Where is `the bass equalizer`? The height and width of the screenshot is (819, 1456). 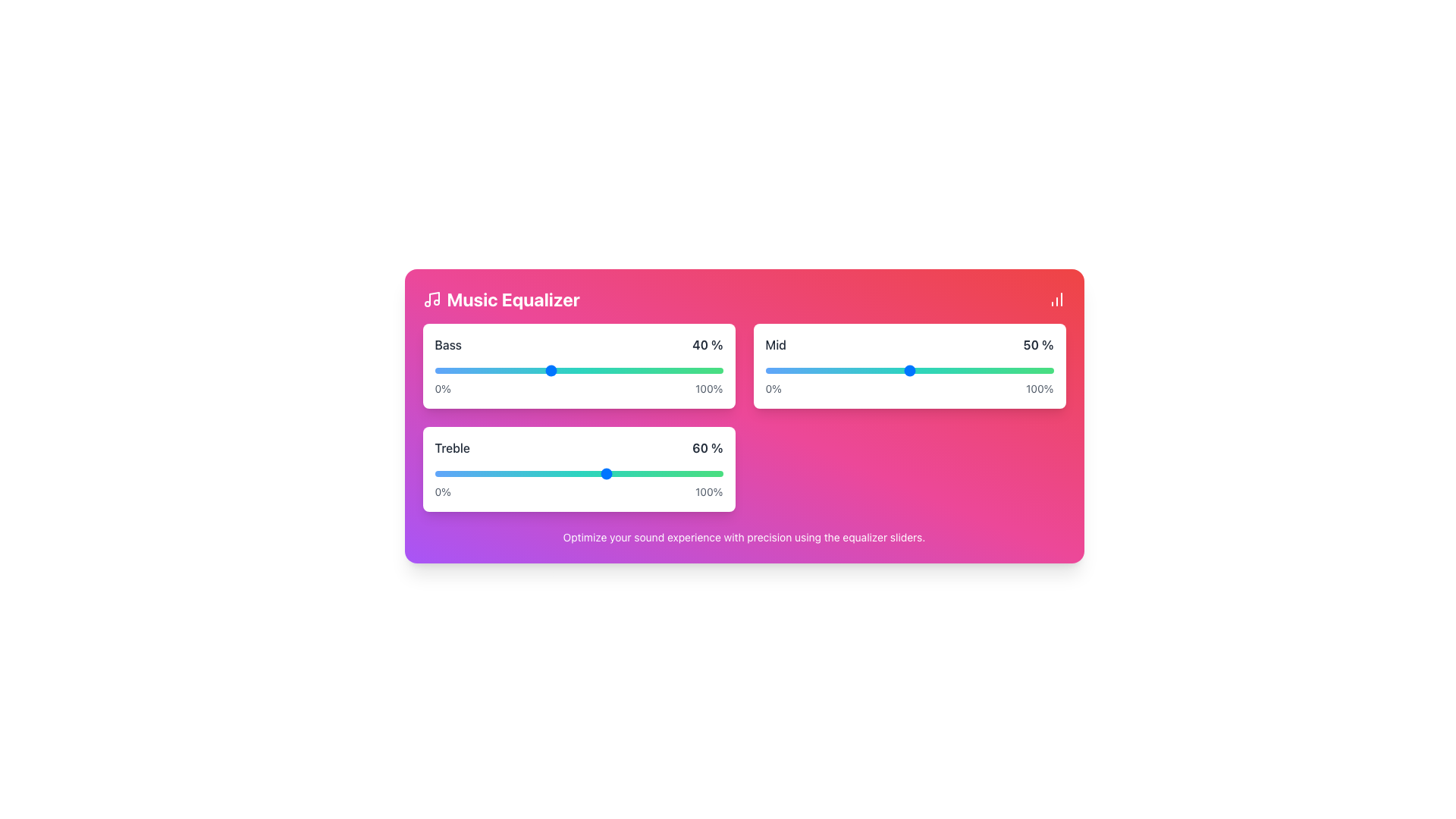
the bass equalizer is located at coordinates (549, 371).